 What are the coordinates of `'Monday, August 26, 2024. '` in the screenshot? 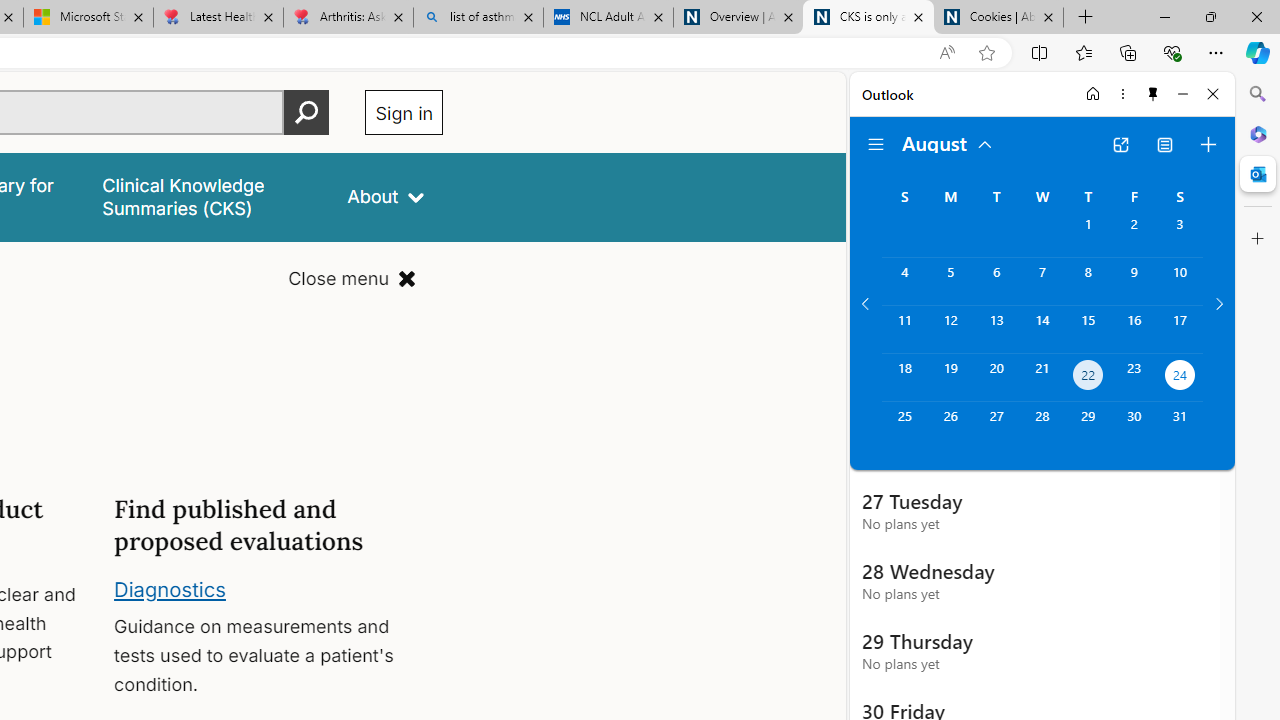 It's located at (949, 424).